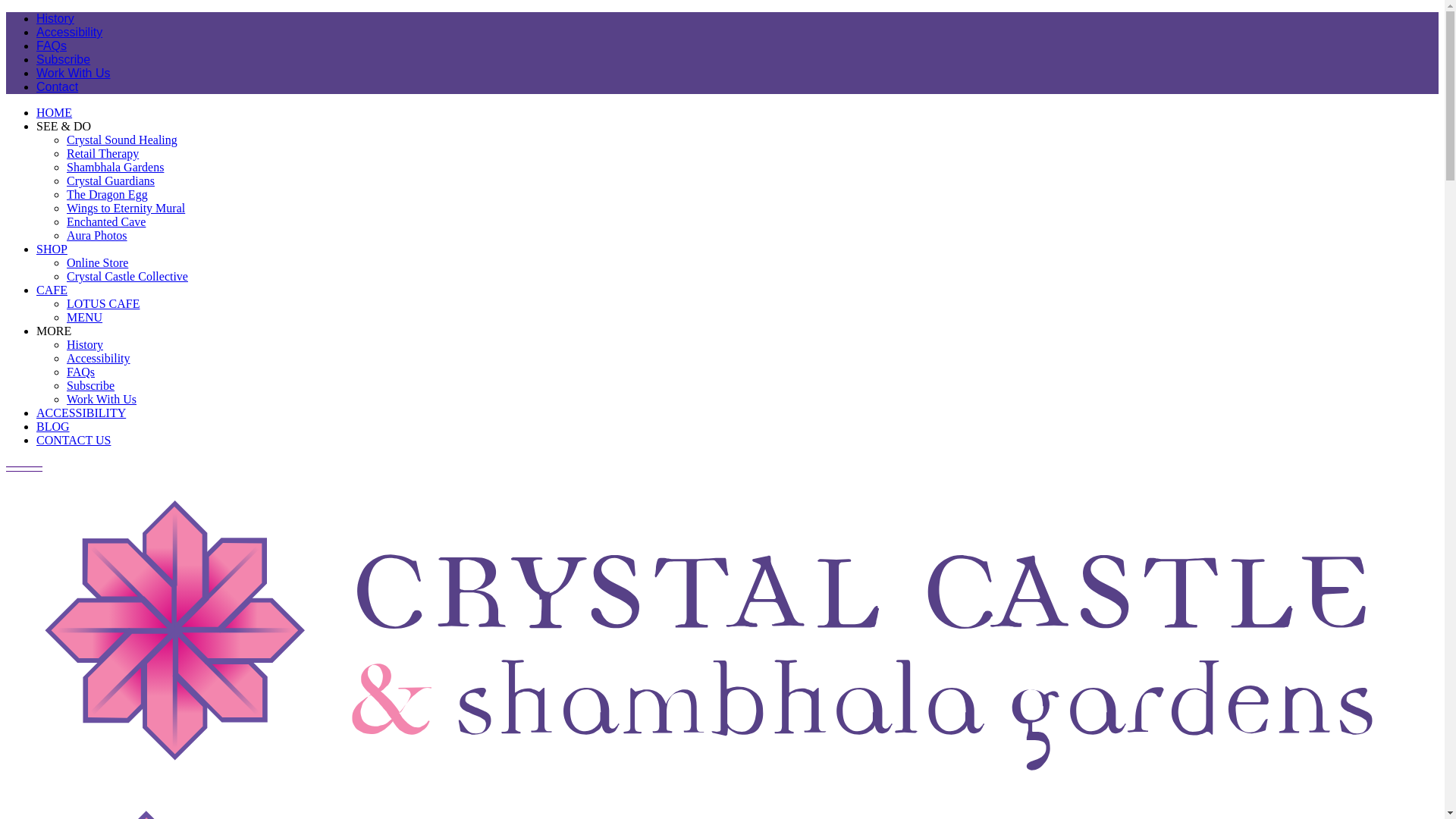 The image size is (1456, 819). Describe the element at coordinates (36, 426) in the screenshot. I see `'BLOG'` at that location.